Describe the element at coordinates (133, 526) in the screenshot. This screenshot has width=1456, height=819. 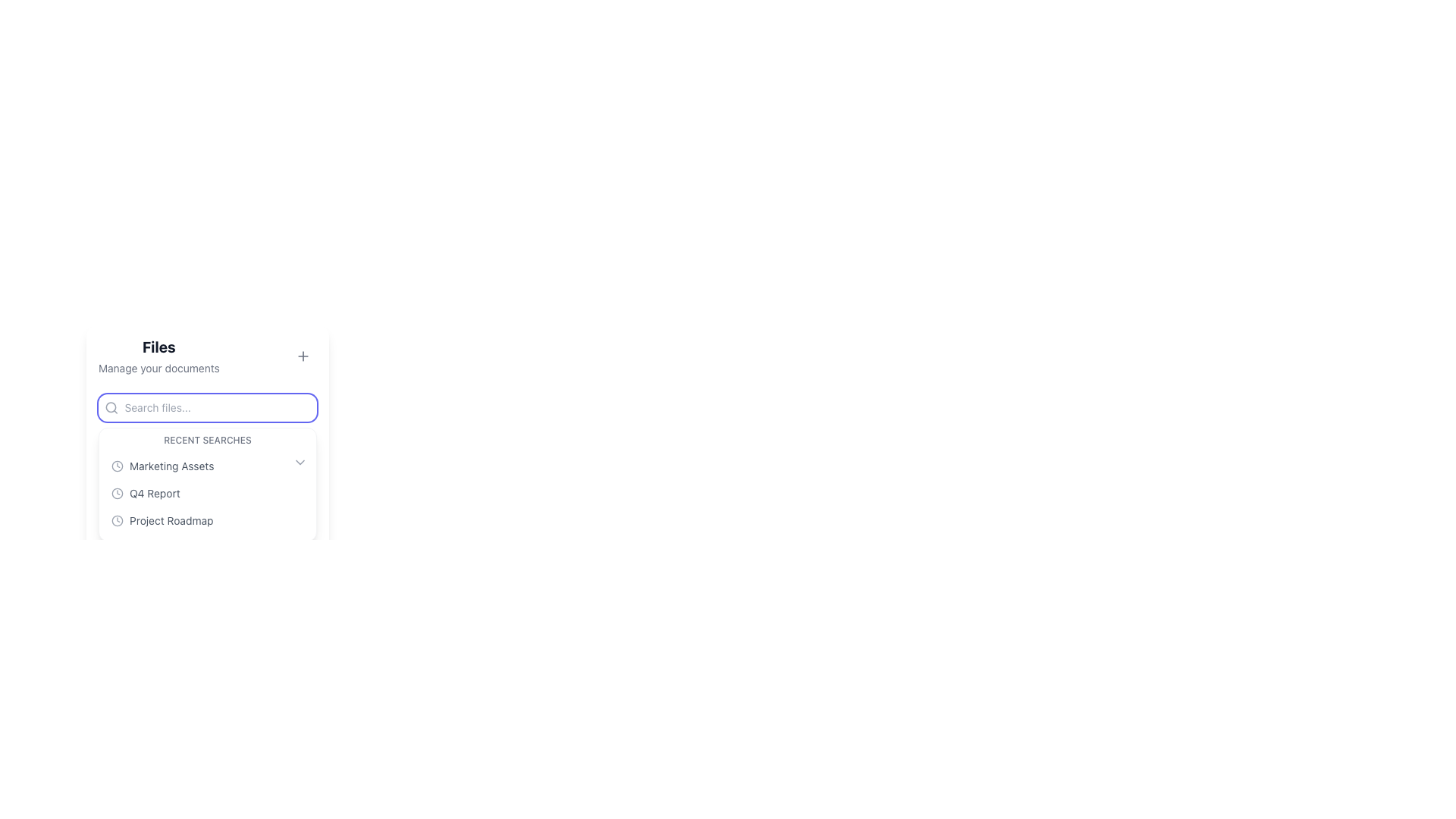
I see `the file icon located to the left of the text 'Project Roadmap' in the 'Recent Searches' section` at that location.